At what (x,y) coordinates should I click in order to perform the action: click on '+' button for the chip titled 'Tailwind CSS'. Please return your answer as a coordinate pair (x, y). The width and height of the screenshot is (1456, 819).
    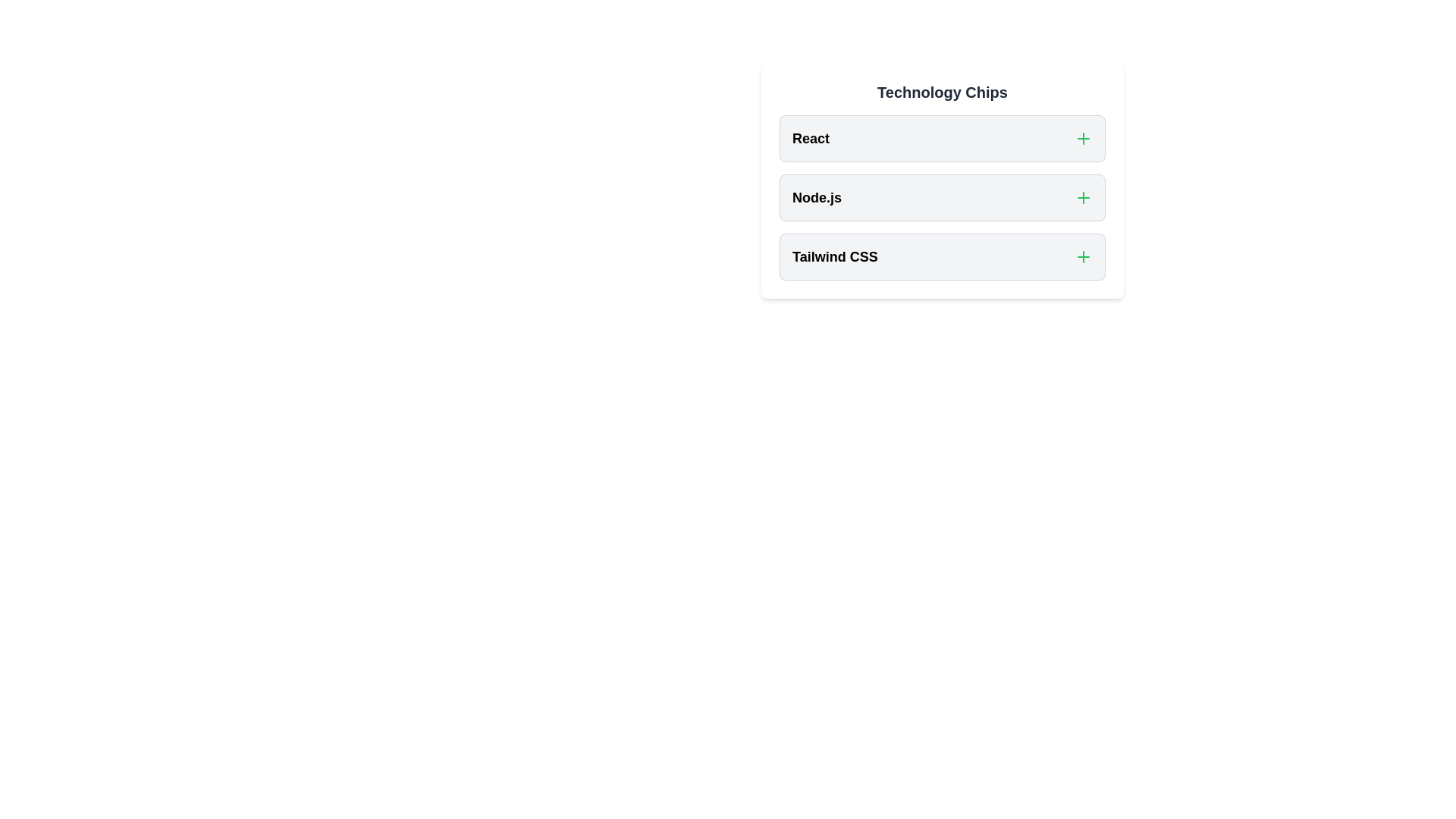
    Looking at the image, I should click on (1083, 256).